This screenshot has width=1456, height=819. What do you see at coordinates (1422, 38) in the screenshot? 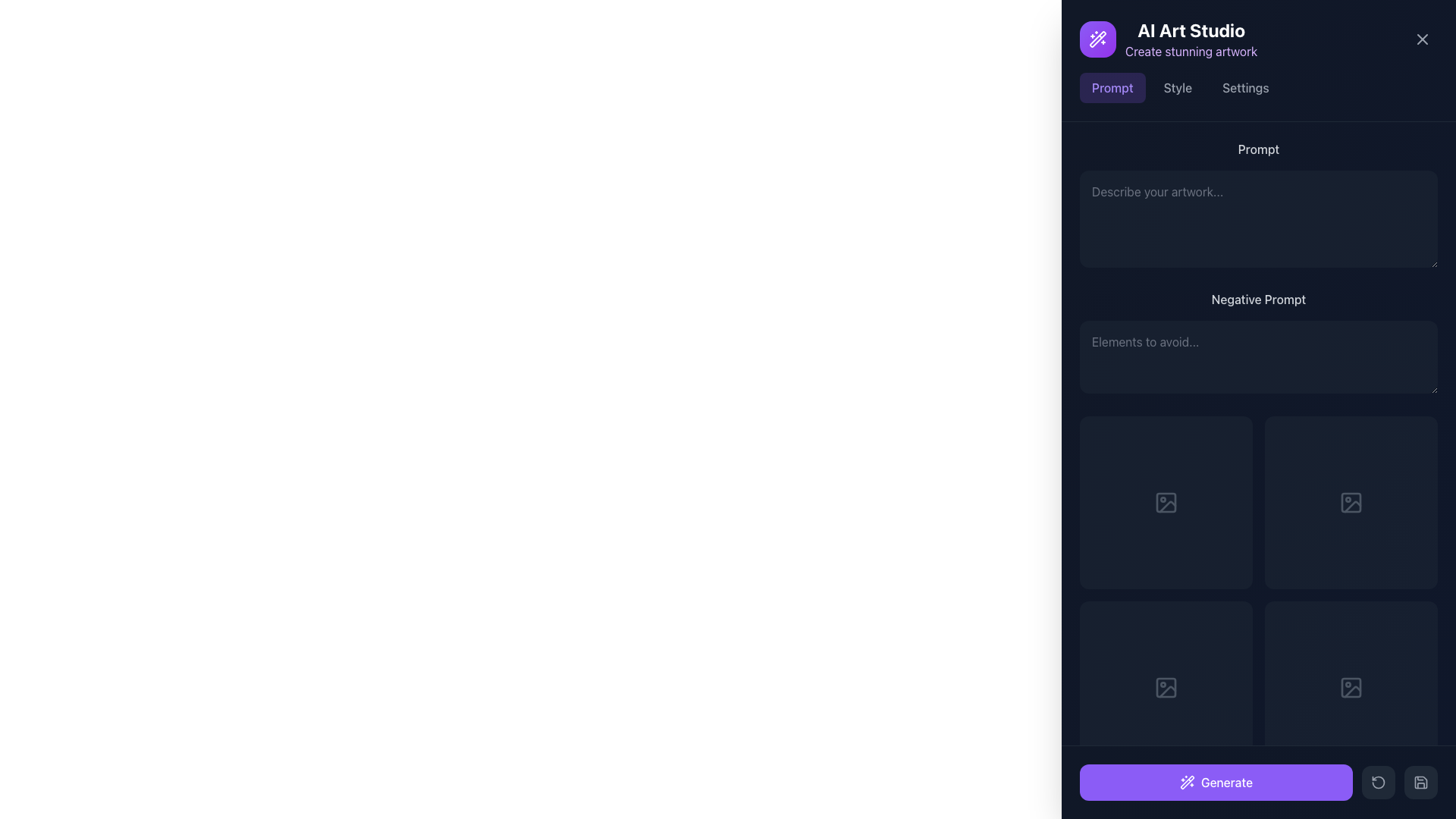
I see `the close button icon, a small cross-shaped gray icon located at the top right corner of the UI sidebar next to the 'AI Art Studio' title` at bounding box center [1422, 38].